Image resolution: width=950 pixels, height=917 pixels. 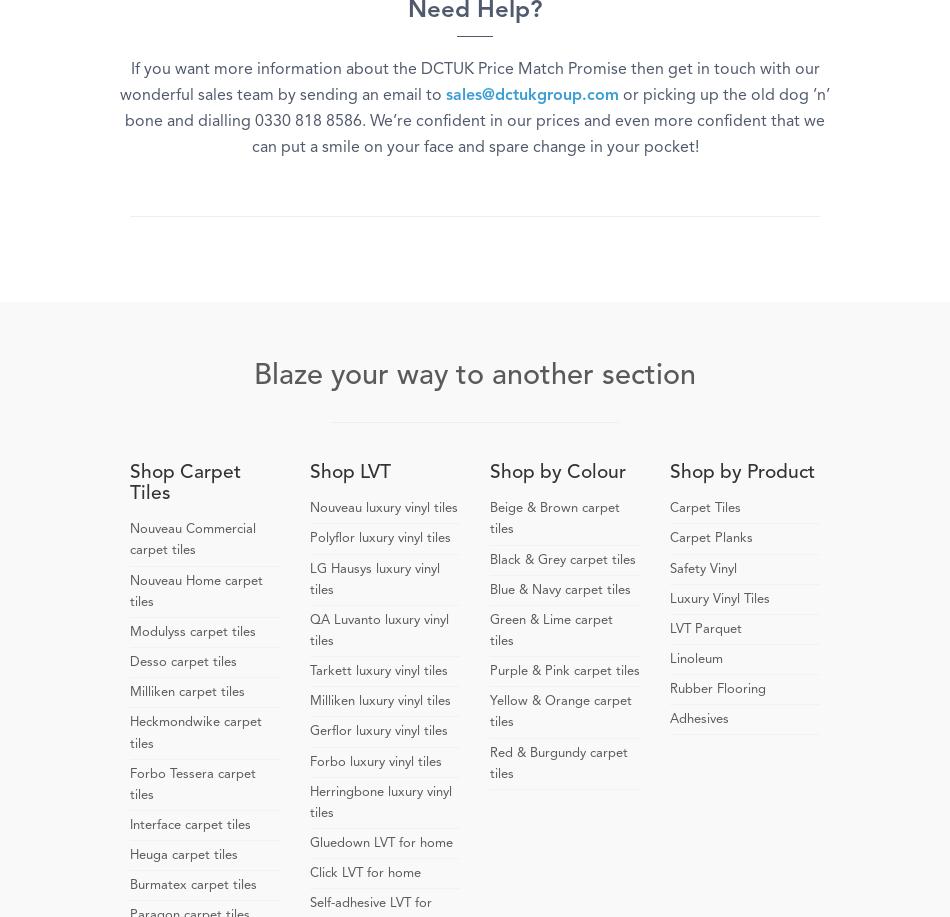 I want to click on 'Blaze your way to another section', so click(x=475, y=375).